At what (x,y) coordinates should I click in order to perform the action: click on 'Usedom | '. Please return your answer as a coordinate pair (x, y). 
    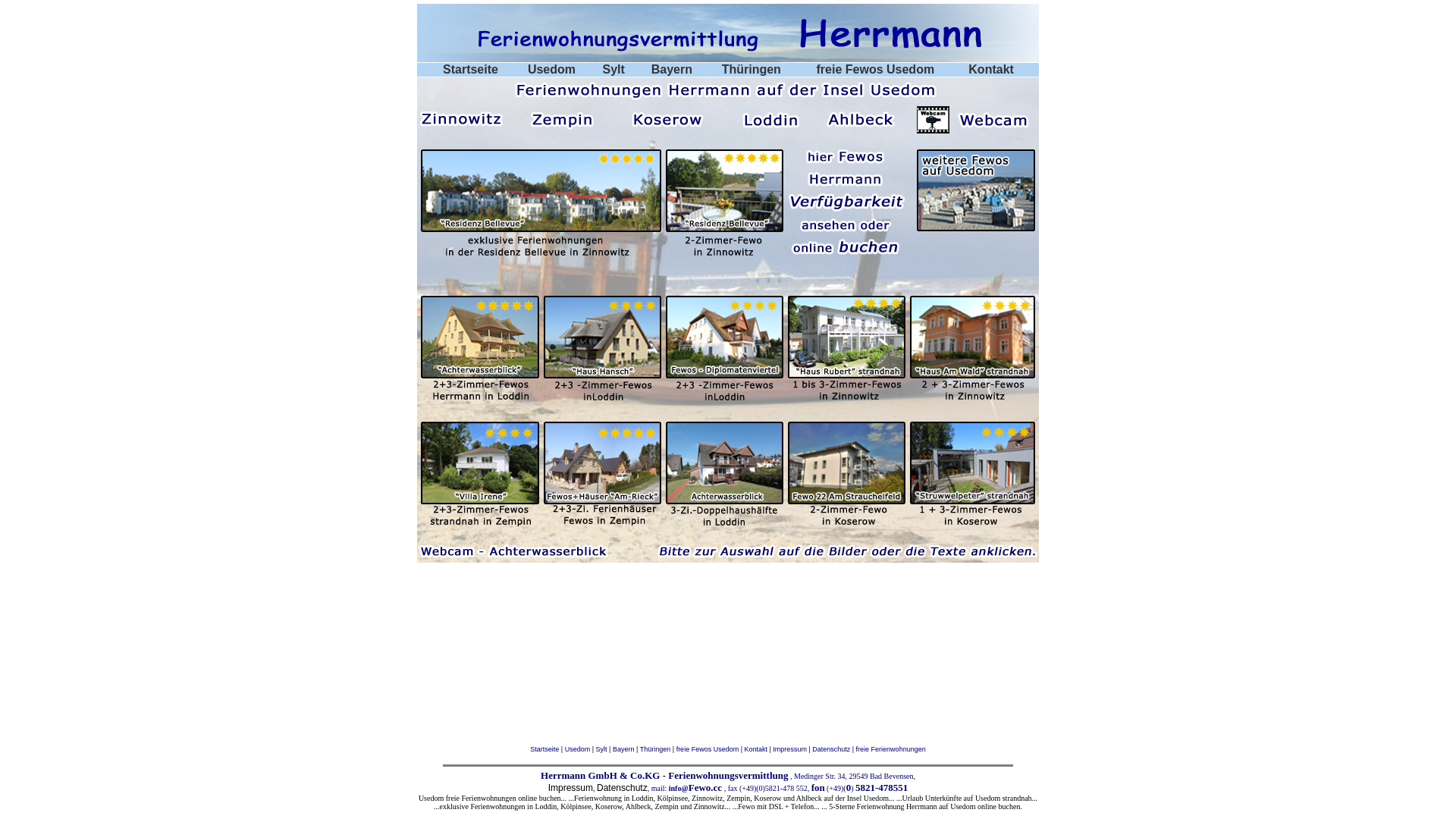
    Looking at the image, I should click on (563, 748).